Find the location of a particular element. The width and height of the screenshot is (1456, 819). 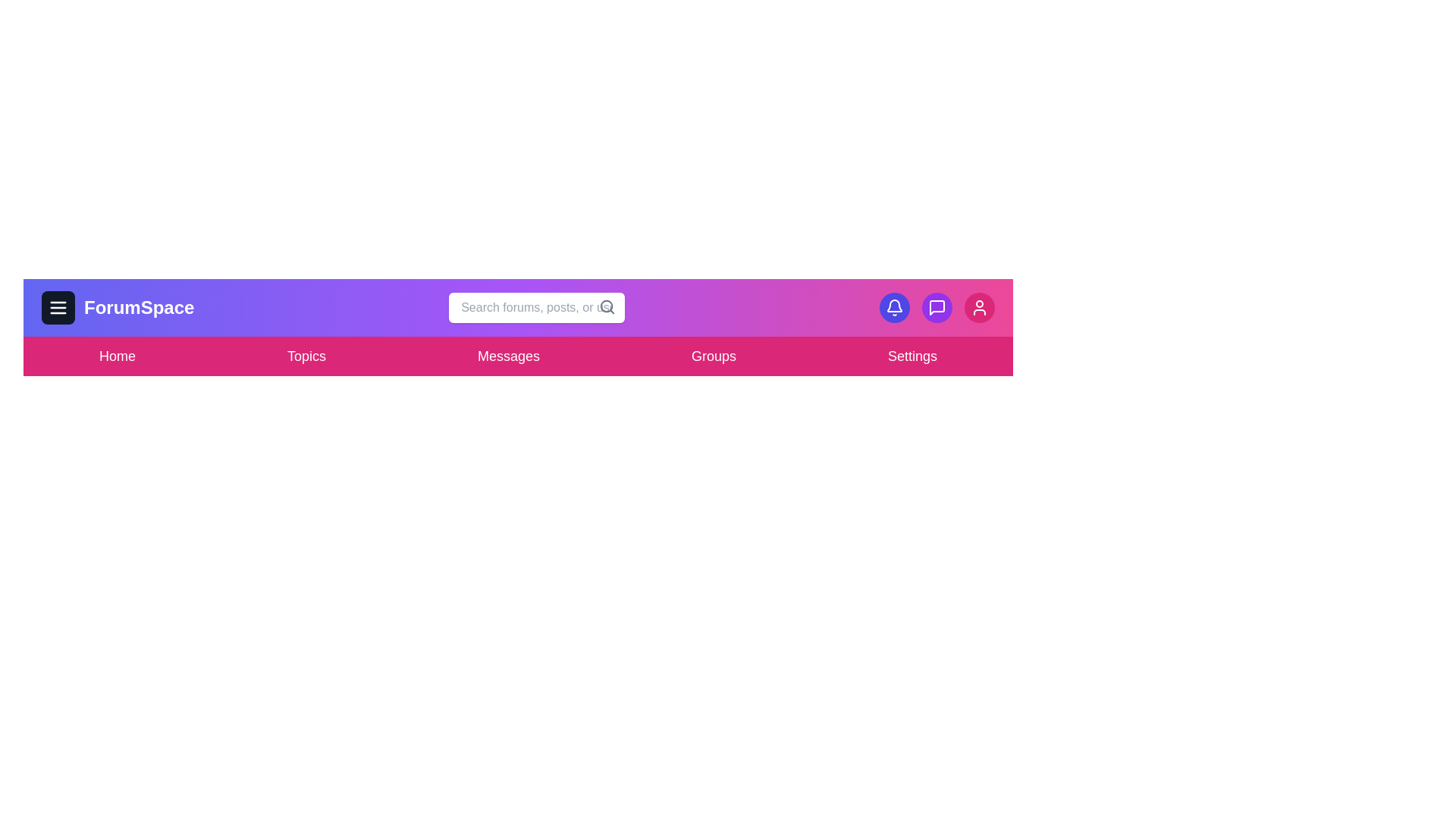

the 'Messages' button to access the messages section is located at coordinates (508, 356).